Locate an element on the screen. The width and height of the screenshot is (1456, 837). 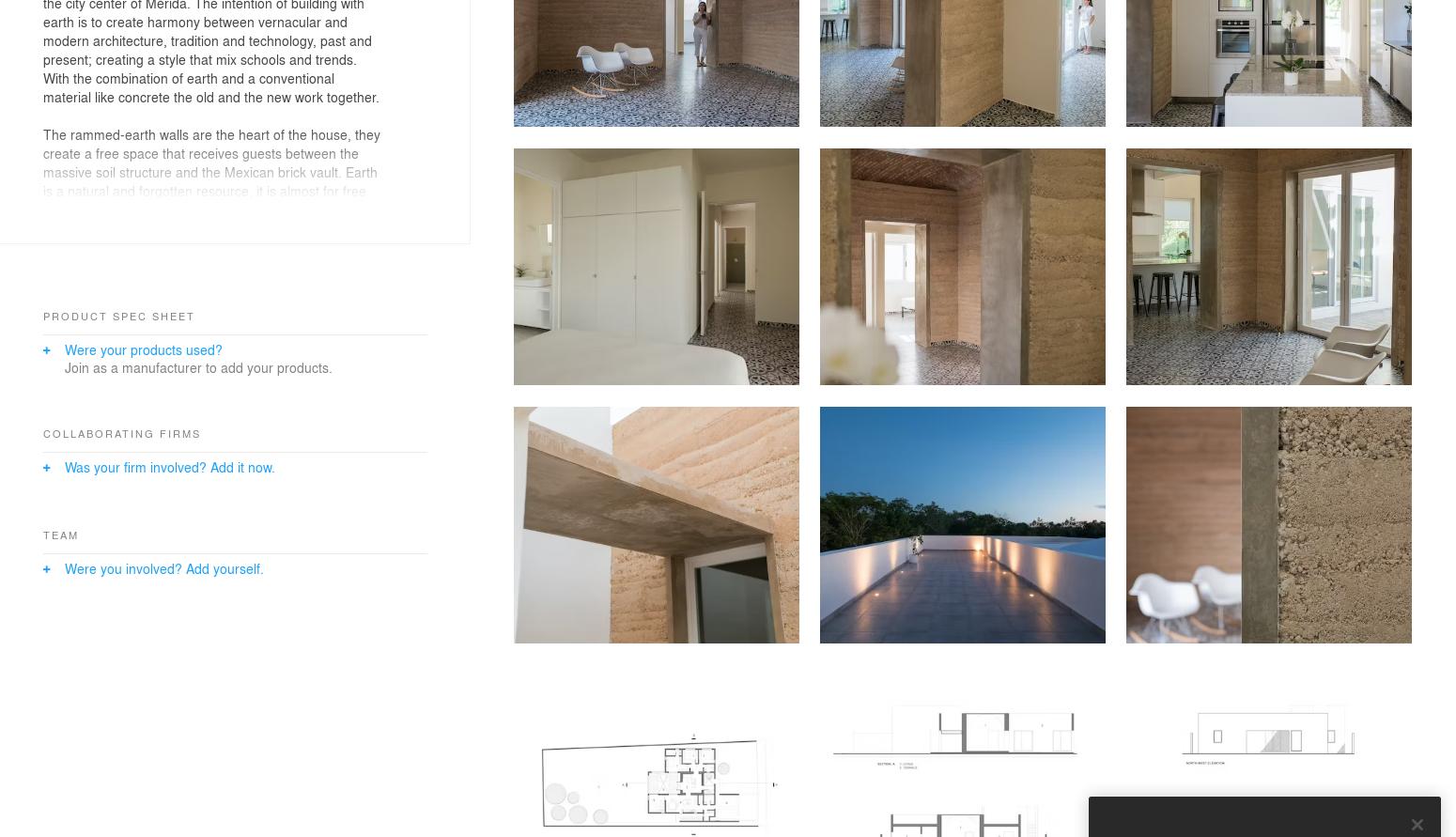
'Product Spec Sheet' is located at coordinates (118, 314).